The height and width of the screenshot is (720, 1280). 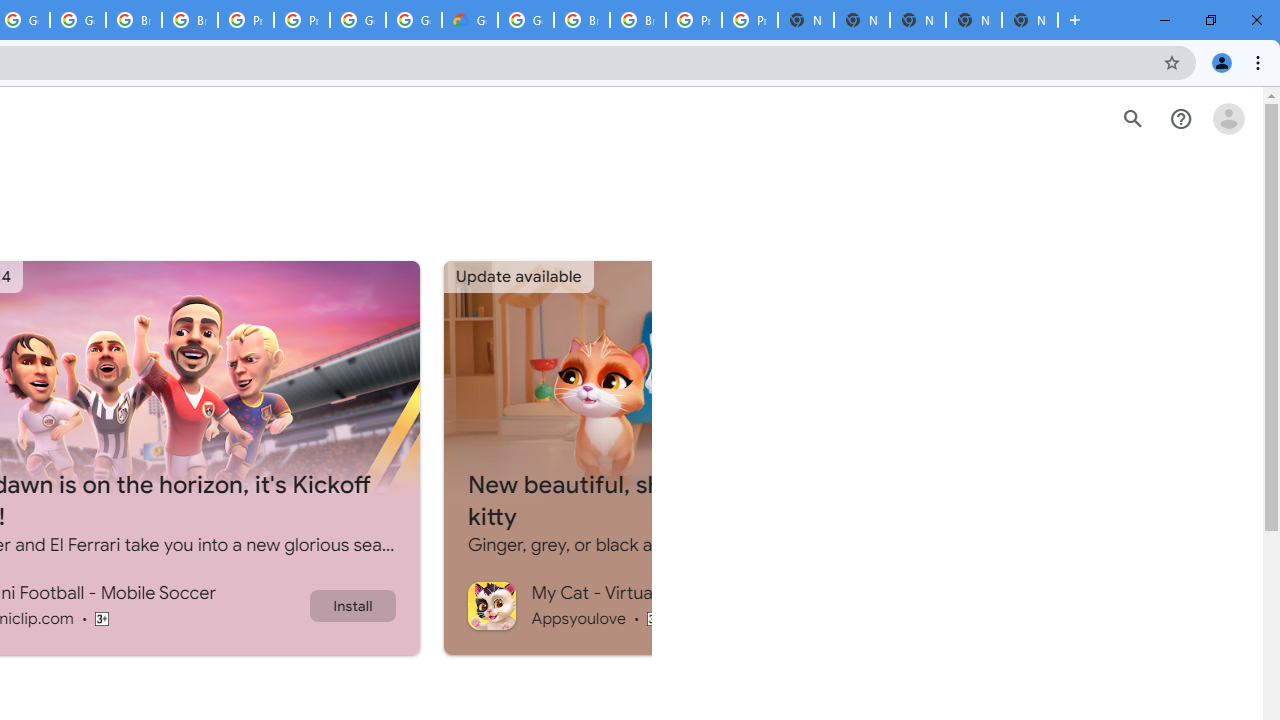 I want to click on 'Browse Chrome as a guest - Computer - Google Chrome Help', so click(x=581, y=20).